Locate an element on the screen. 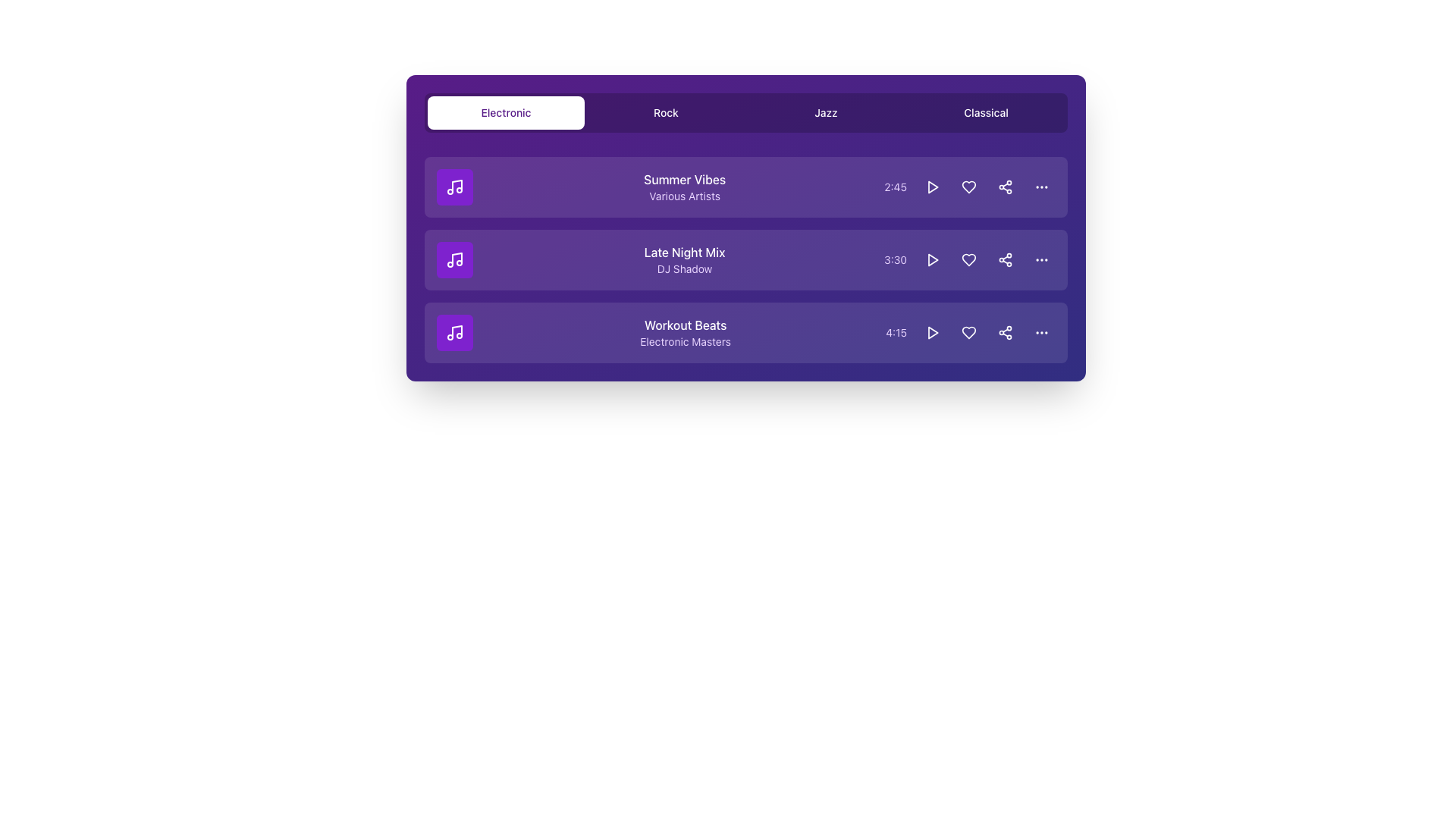 This screenshot has height=819, width=1456. the first interactive button in the 'Late Night Mix' music row is located at coordinates (931, 259).